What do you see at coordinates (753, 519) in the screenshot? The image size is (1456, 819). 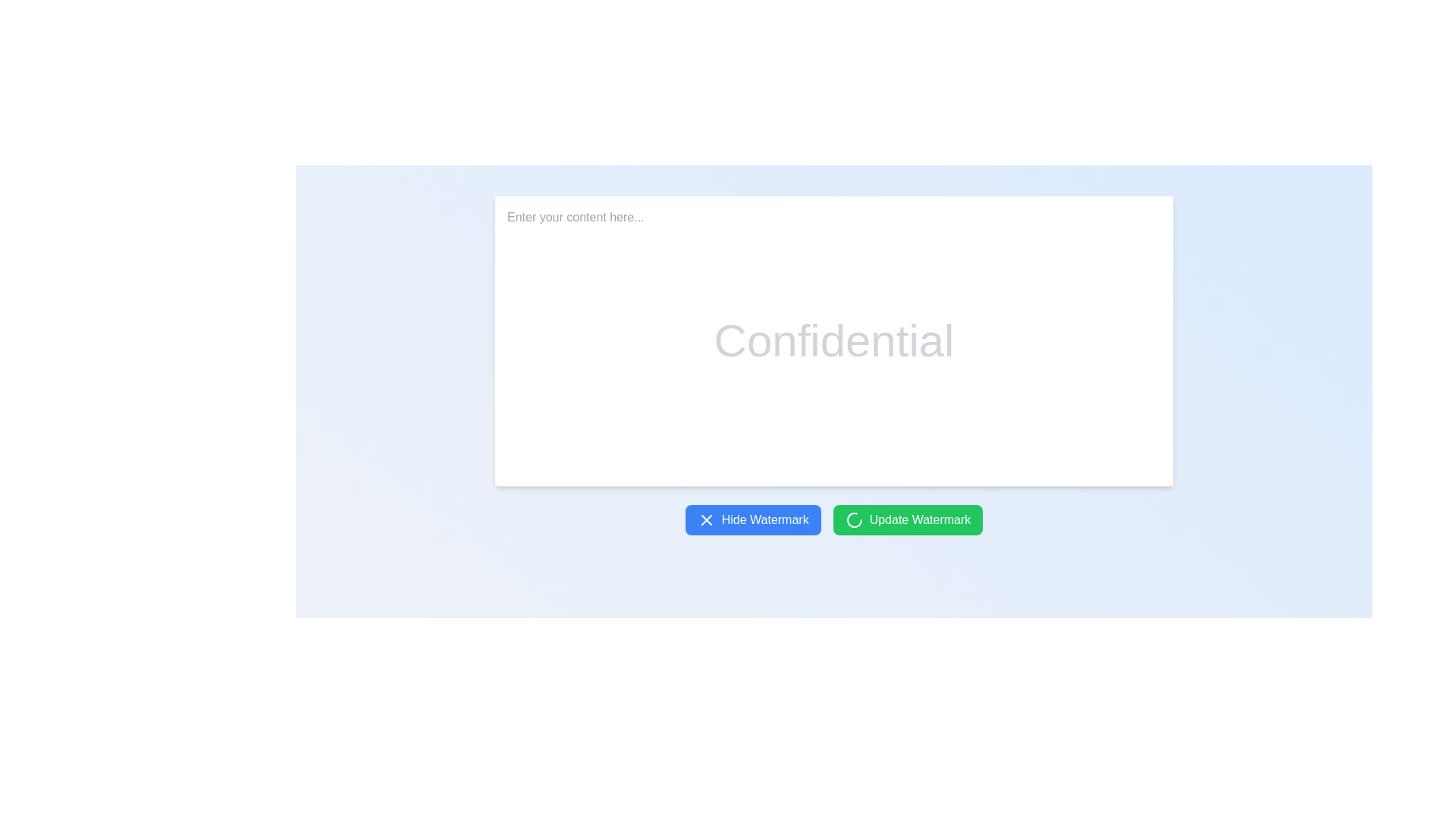 I see `the 'Hide Watermark' button, which has a blue background, white text, and a small 'X' icon, located below the main content area and is the leftmost button in a horizontal button group` at bounding box center [753, 519].